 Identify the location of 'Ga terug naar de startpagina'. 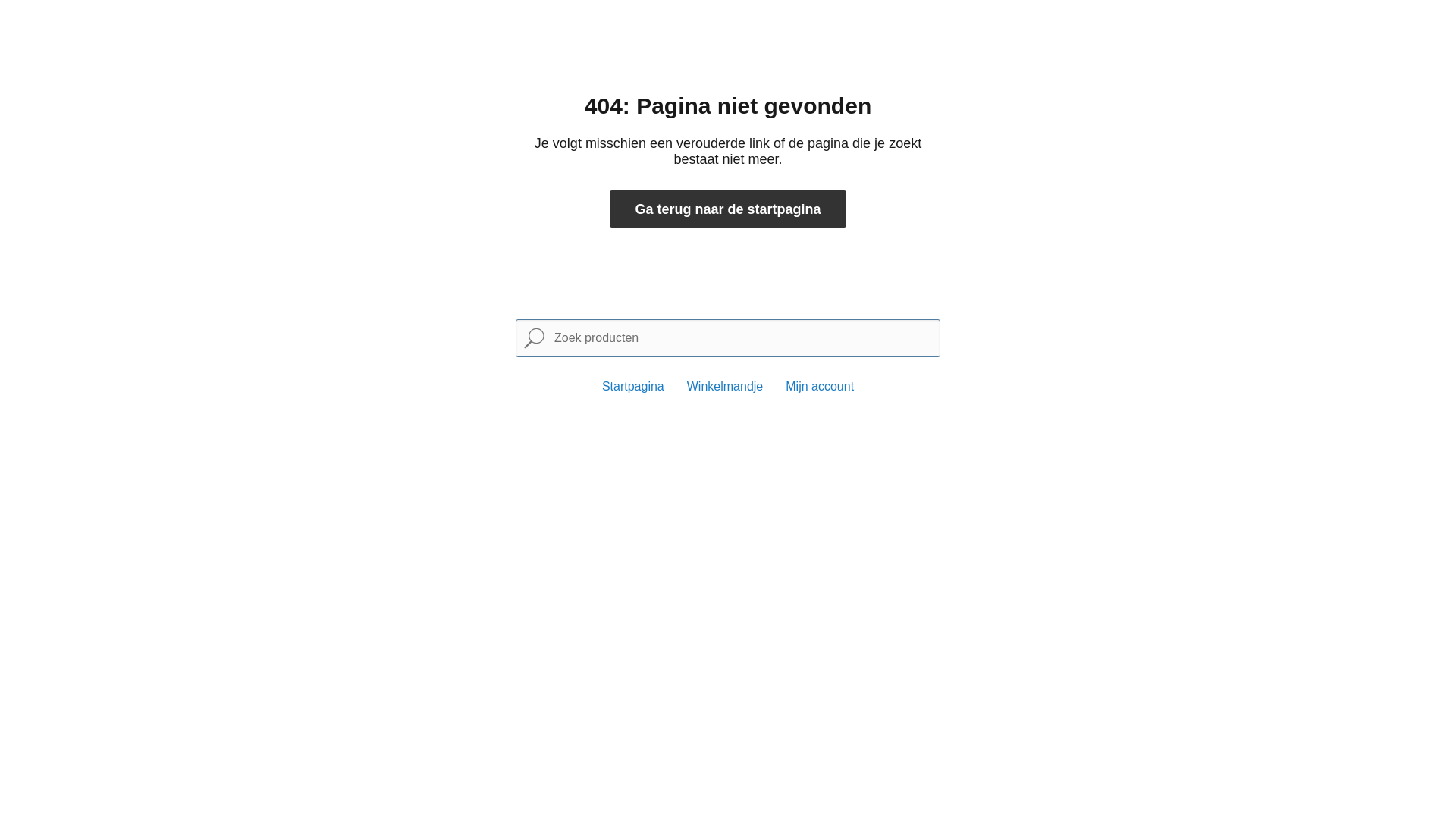
(728, 209).